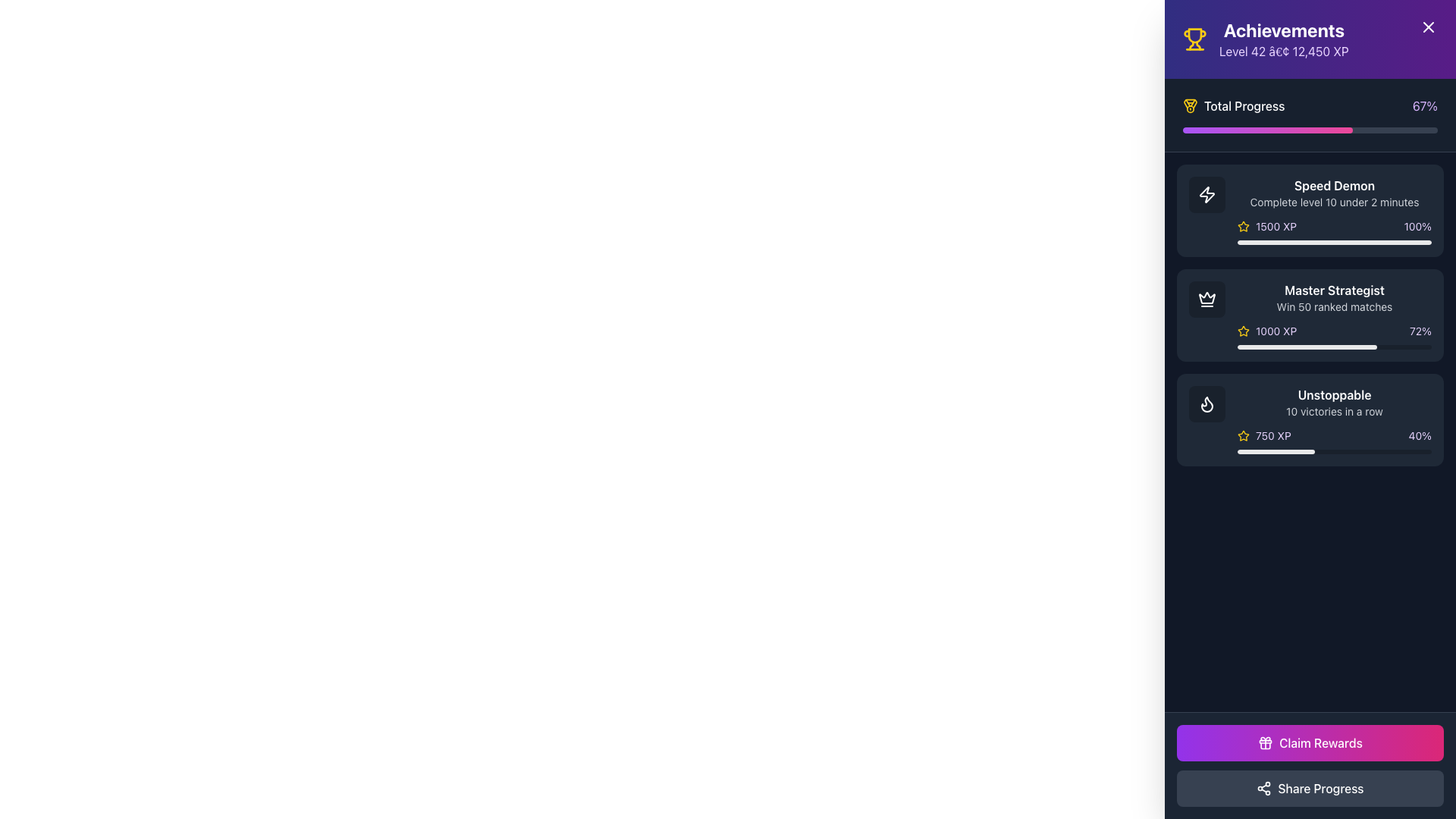 This screenshot has width=1456, height=819. Describe the element at coordinates (1189, 103) in the screenshot. I see `the achievement icon located in the 'Achievements' panel, adjacent to the 'Total Progress' text` at that location.